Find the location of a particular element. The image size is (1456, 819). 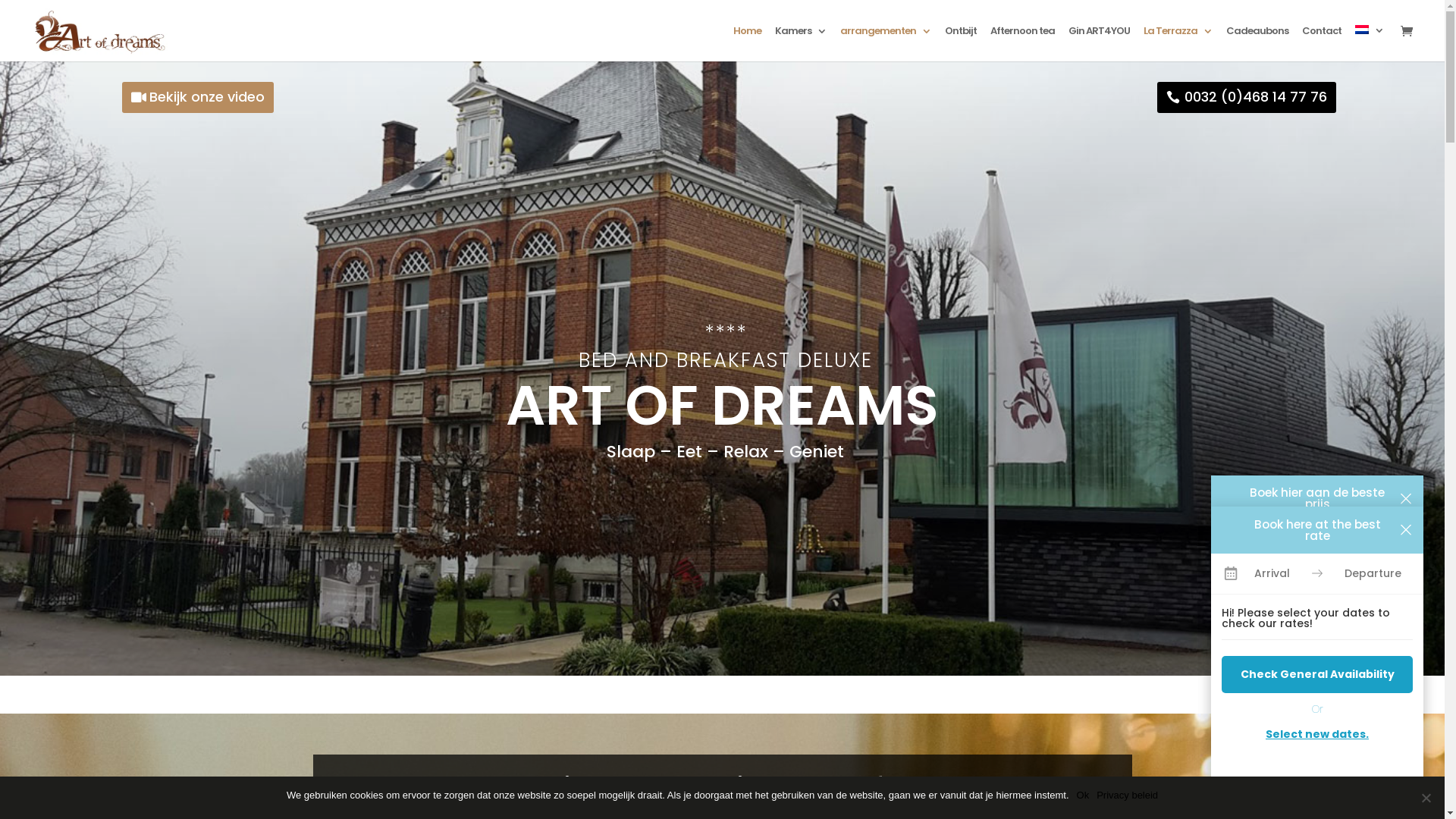

'Selecteer nieuwe data om opnieuw te proberen.' is located at coordinates (1316, 726).